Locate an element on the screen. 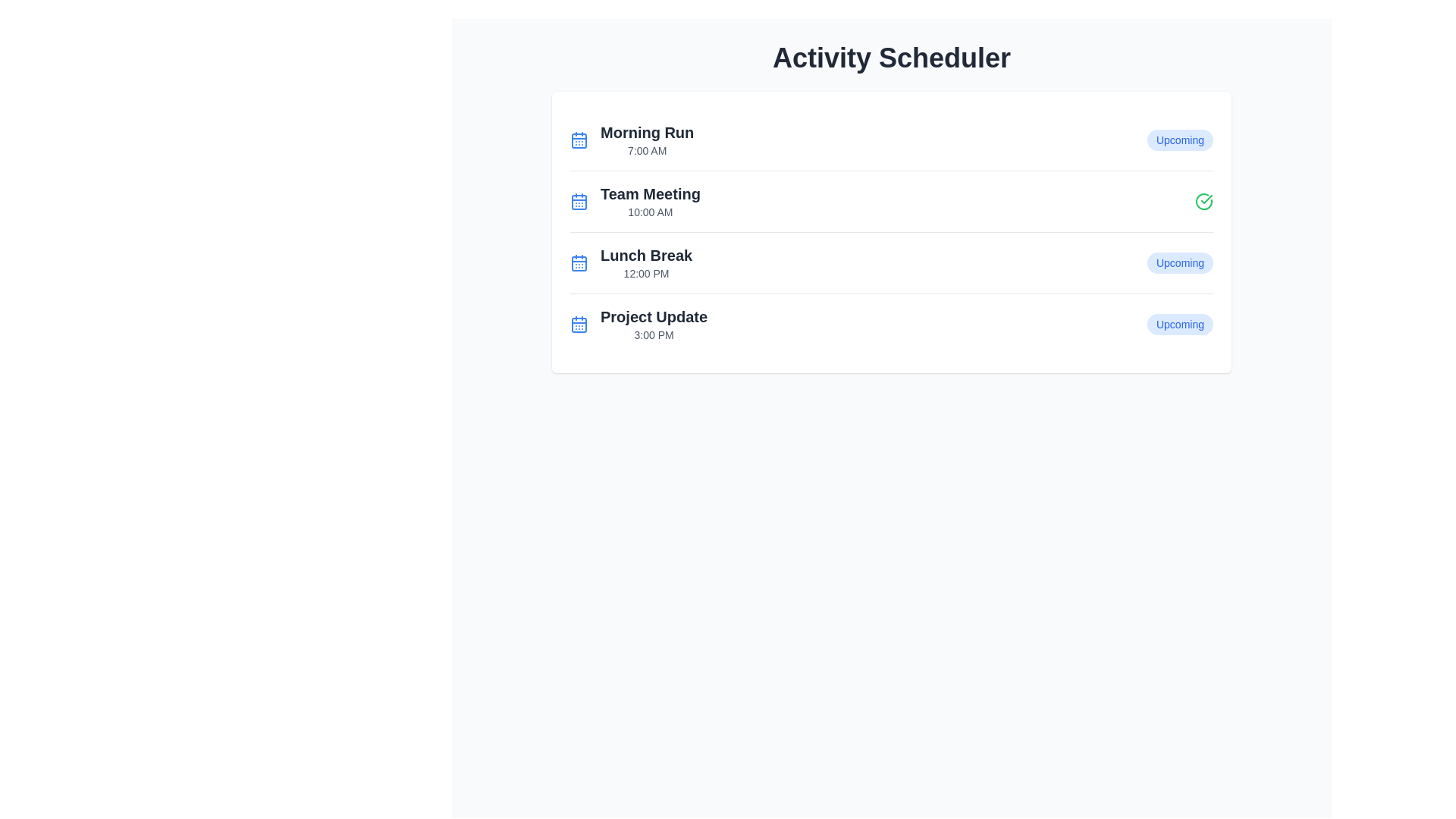 Image resolution: width=1456 pixels, height=819 pixels. the text label displaying '3:00 PM', which is positioned directly below the 'Project Update' title, indicating a time for a scheduled event is located at coordinates (654, 334).